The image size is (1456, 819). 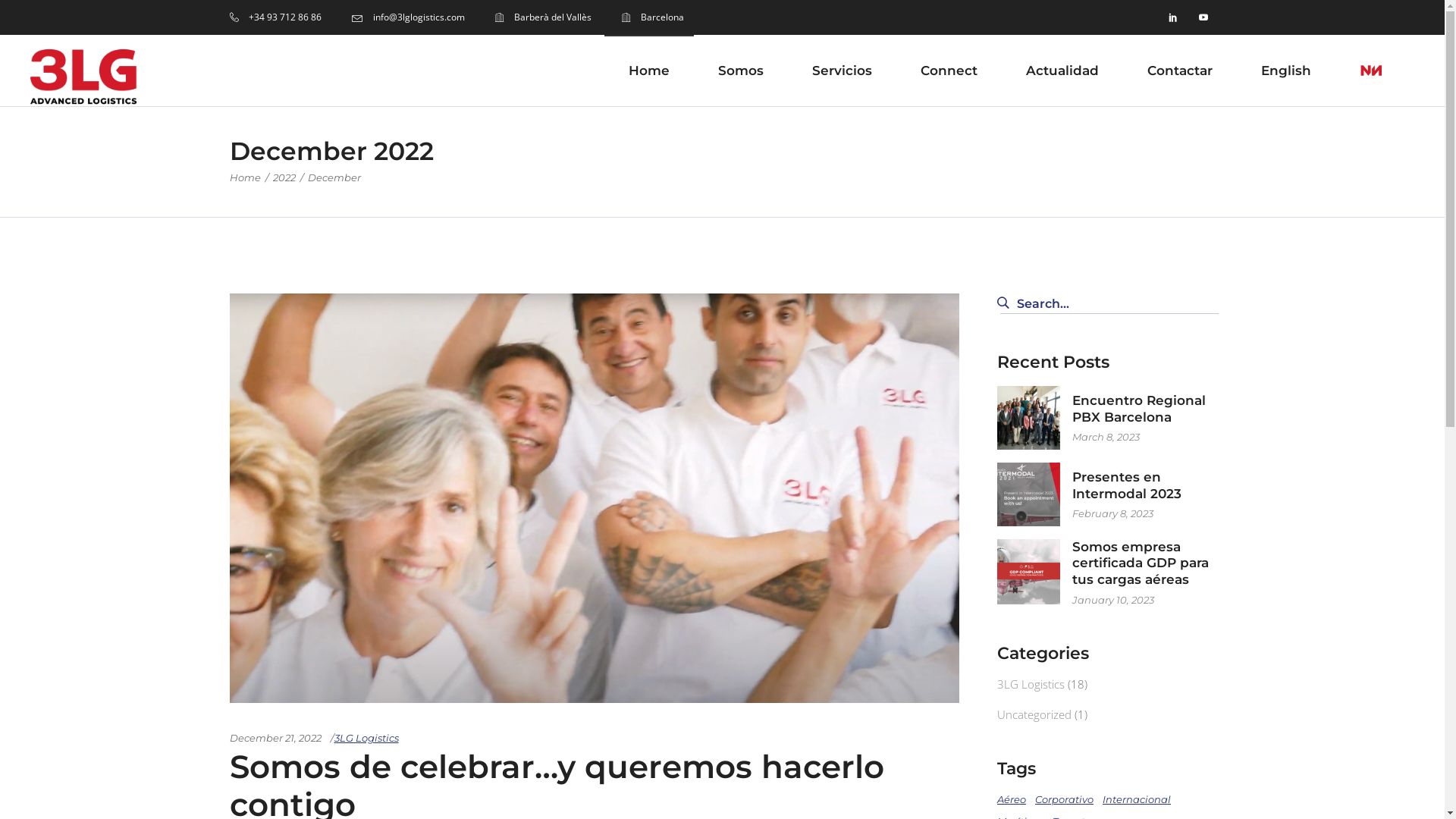 I want to click on 'English', so click(x=1237, y=71).